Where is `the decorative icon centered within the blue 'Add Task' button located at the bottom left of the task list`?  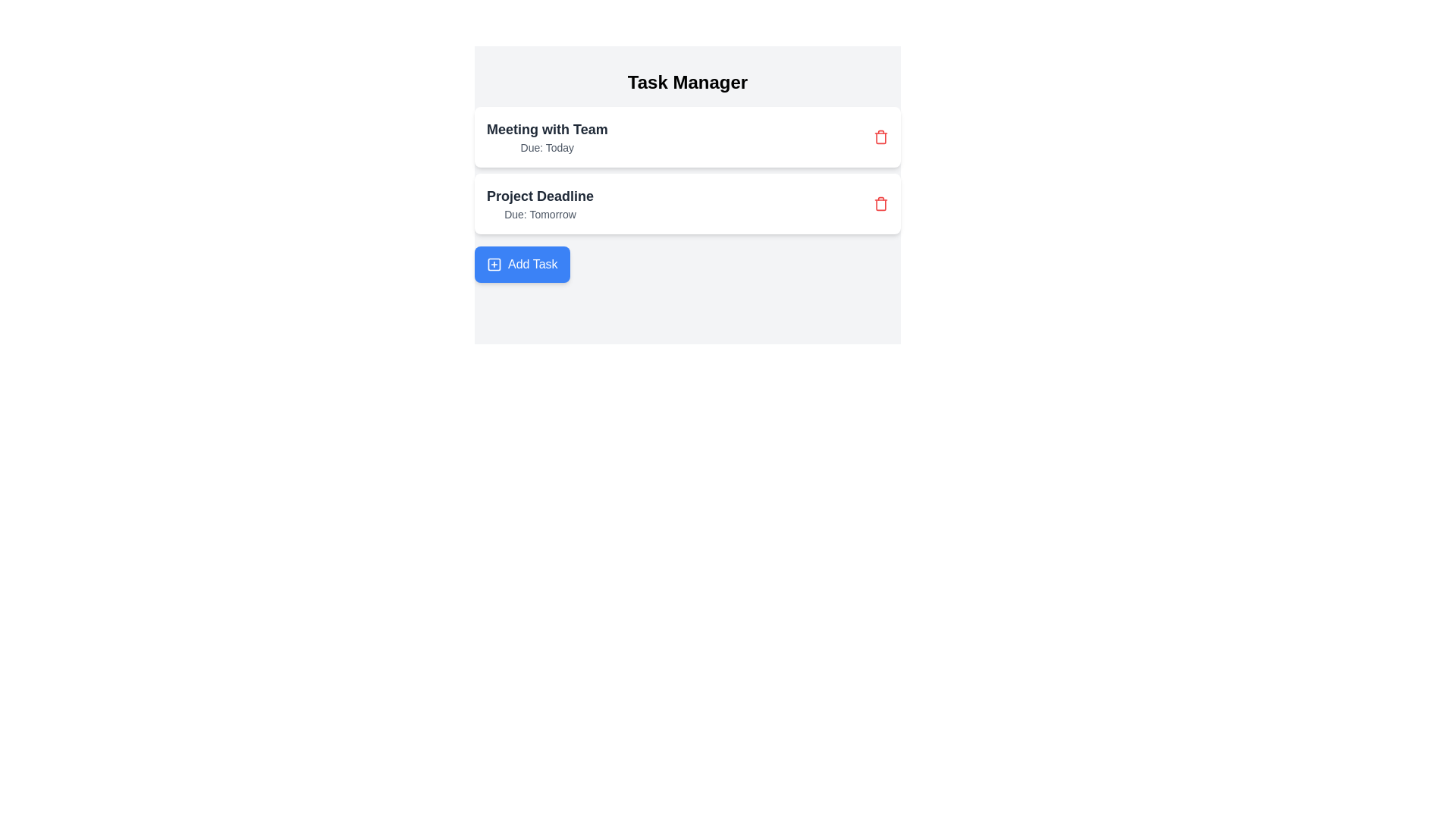
the decorative icon centered within the blue 'Add Task' button located at the bottom left of the task list is located at coordinates (494, 263).